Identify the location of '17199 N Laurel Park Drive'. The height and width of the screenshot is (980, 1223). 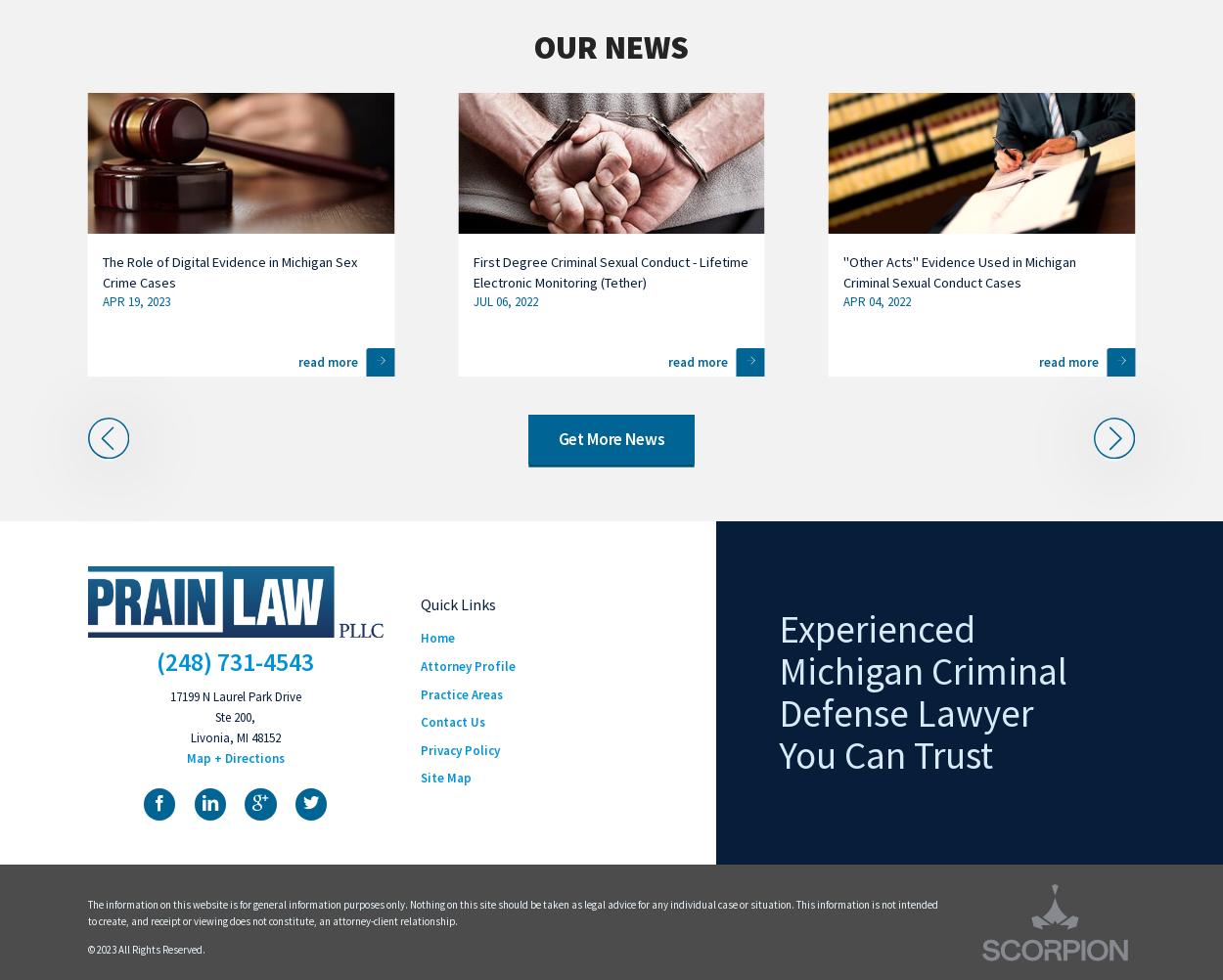
(234, 696).